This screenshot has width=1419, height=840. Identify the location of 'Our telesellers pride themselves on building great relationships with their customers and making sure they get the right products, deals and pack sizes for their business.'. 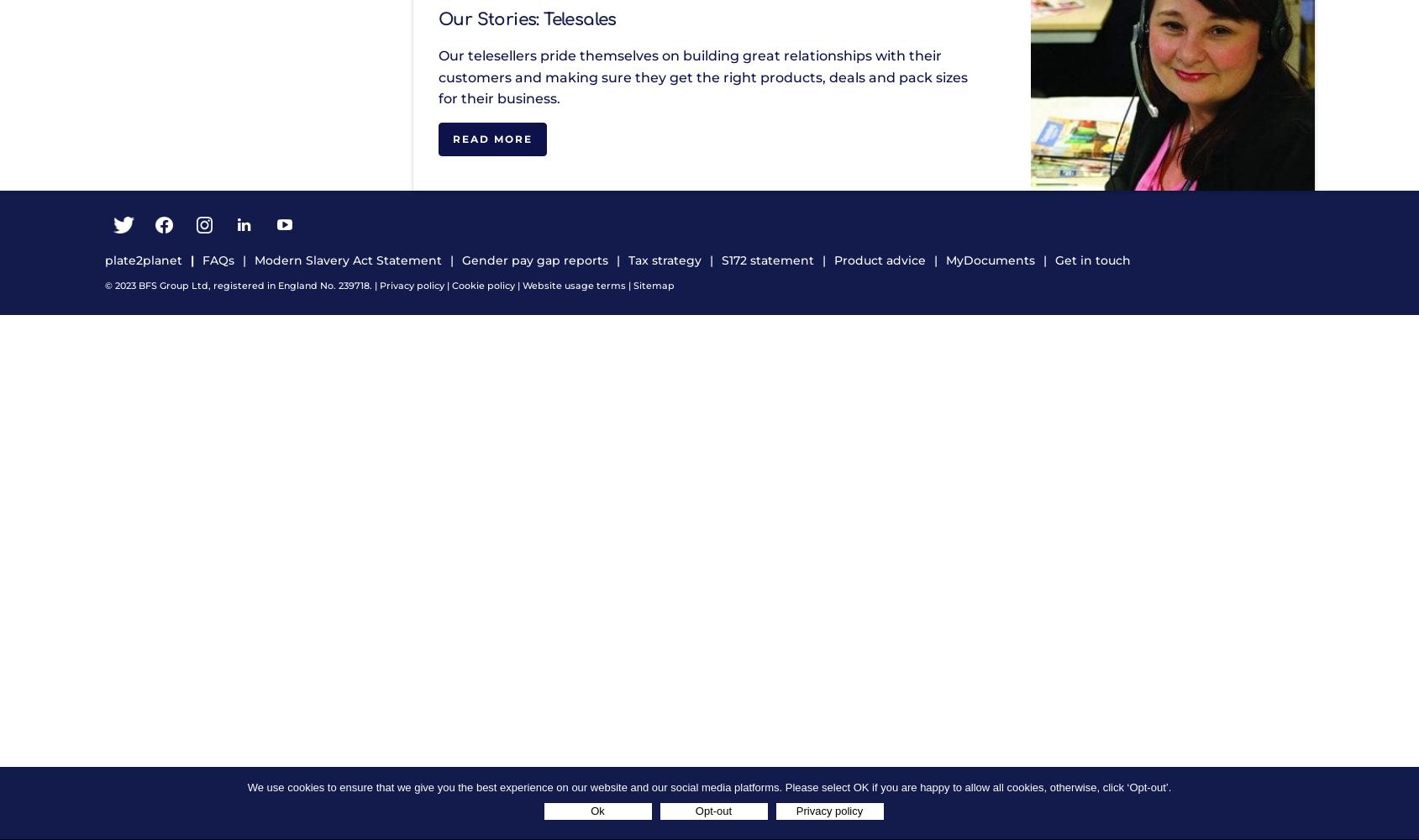
(702, 76).